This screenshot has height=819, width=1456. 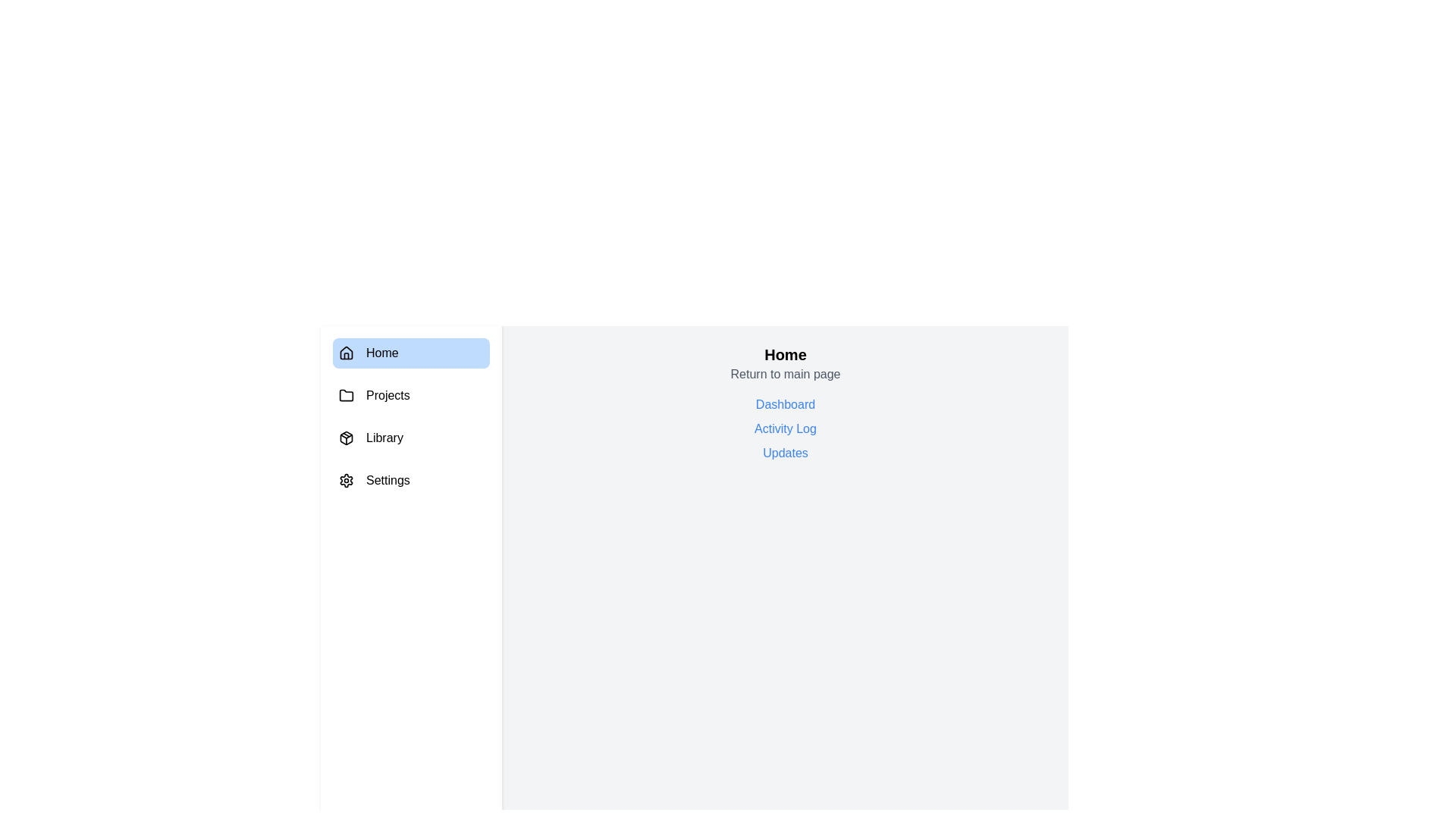 I want to click on the folder icon located in the second position of the navigation menu, beneath the 'Home' item and above the 'Library' entry in the sidebar, so click(x=345, y=394).